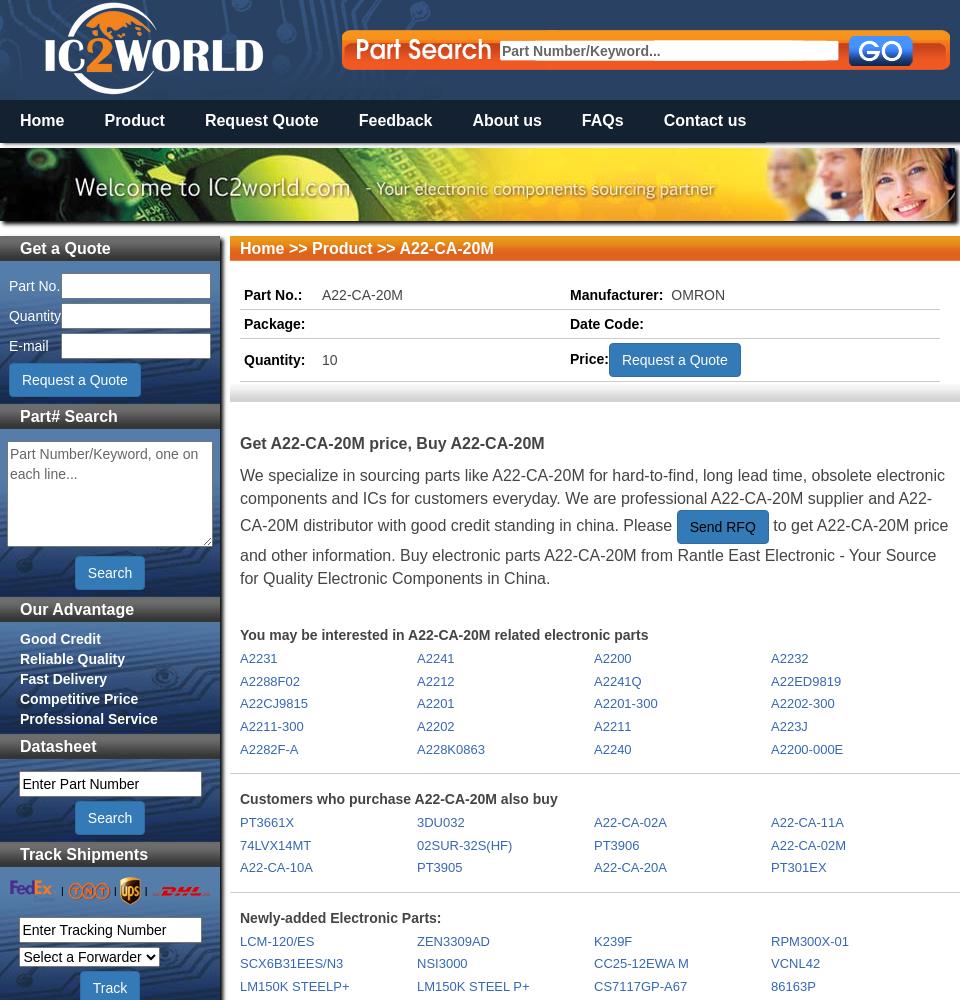 The height and width of the screenshot is (1000, 960). Describe the element at coordinates (79, 697) in the screenshot. I see `'Competitive Price'` at that location.